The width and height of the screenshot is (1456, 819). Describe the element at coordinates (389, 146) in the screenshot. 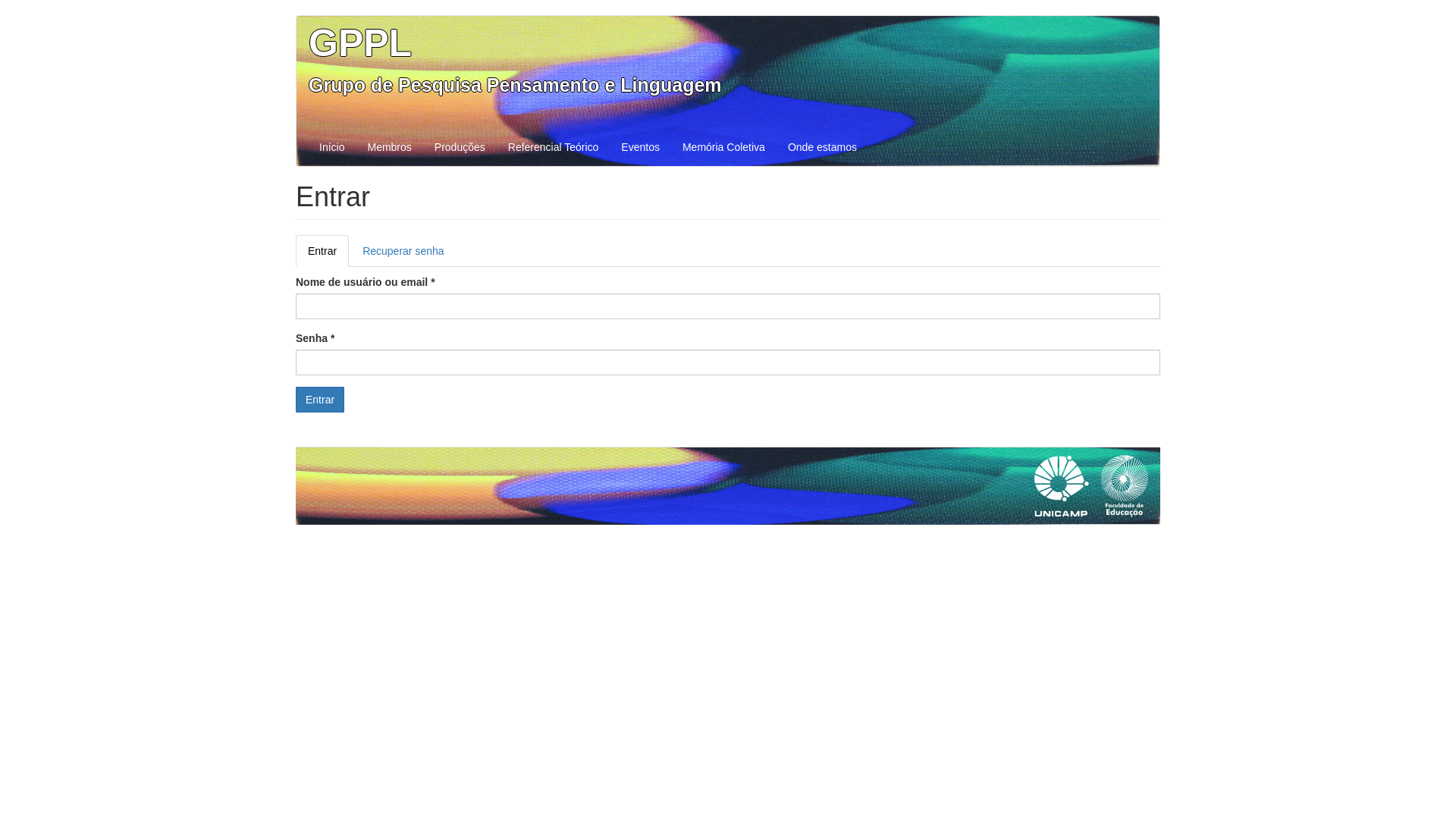

I see `'Membros'` at that location.